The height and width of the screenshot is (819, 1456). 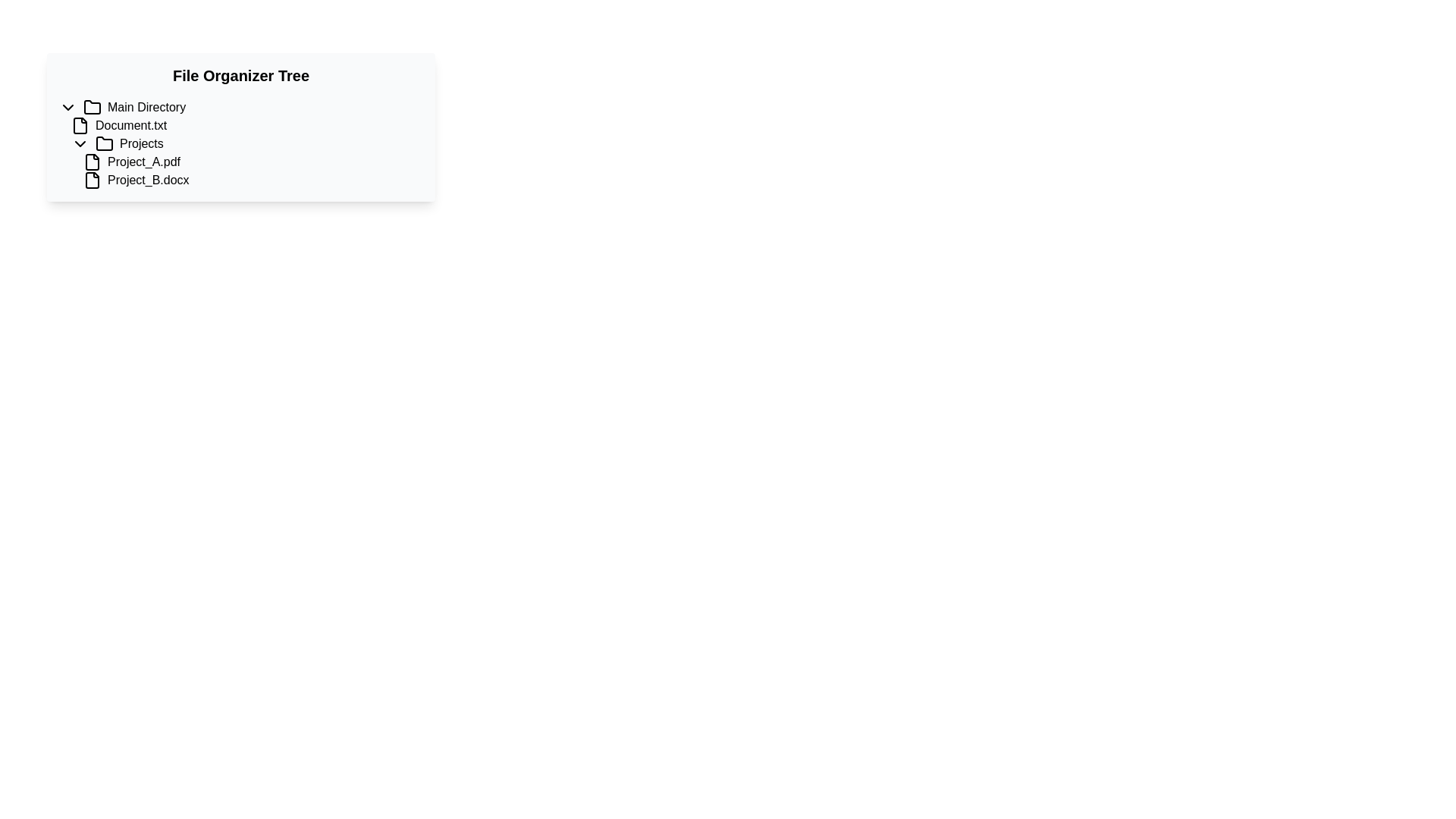 I want to click on the file icon representing 'Document.txt' in the Main Directory, which has a rectangular layout with rounded corners and a folded corner detail, so click(x=79, y=124).